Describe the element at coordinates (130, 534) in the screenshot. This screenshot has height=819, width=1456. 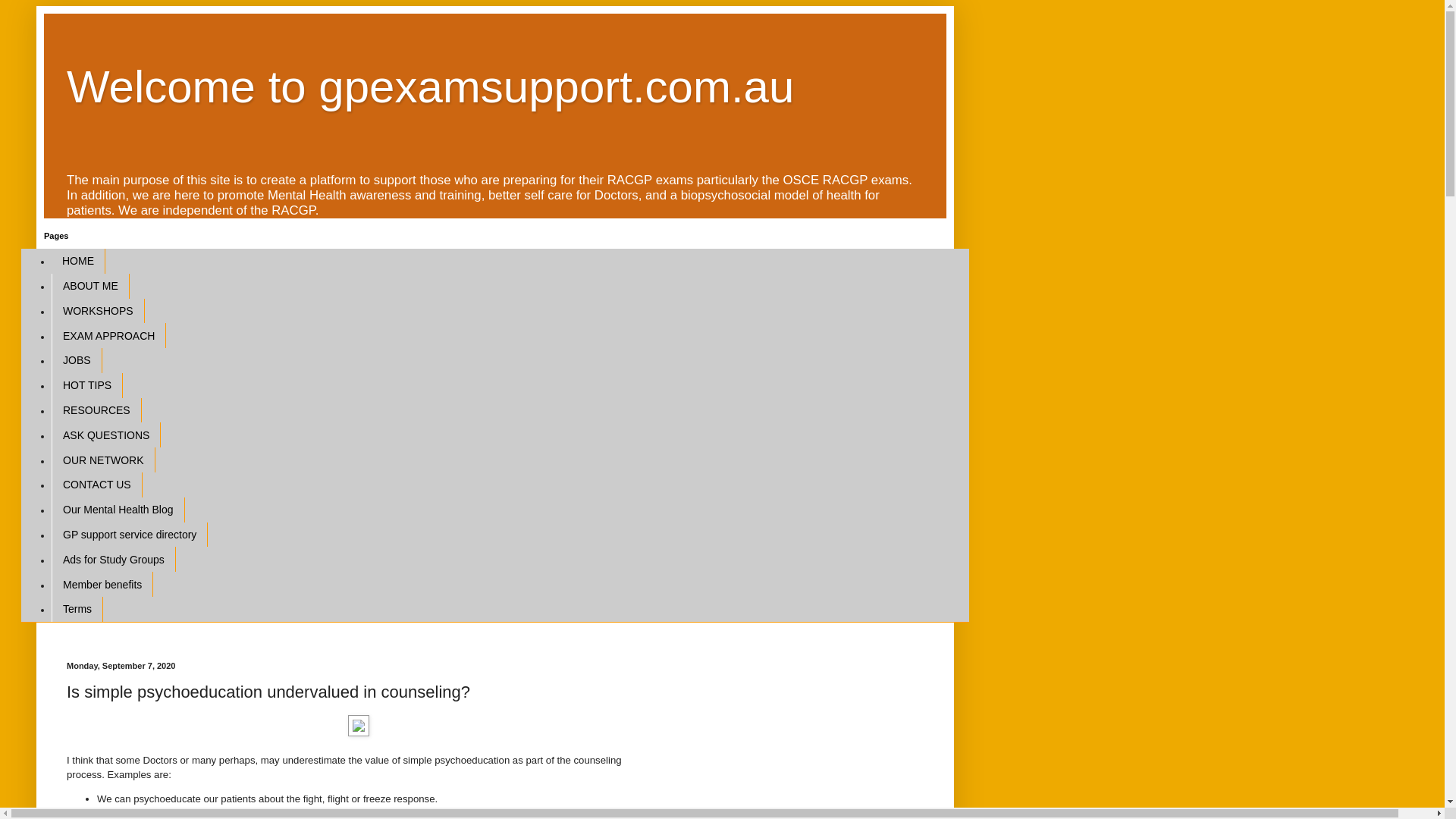
I see `'GP support service directory'` at that location.